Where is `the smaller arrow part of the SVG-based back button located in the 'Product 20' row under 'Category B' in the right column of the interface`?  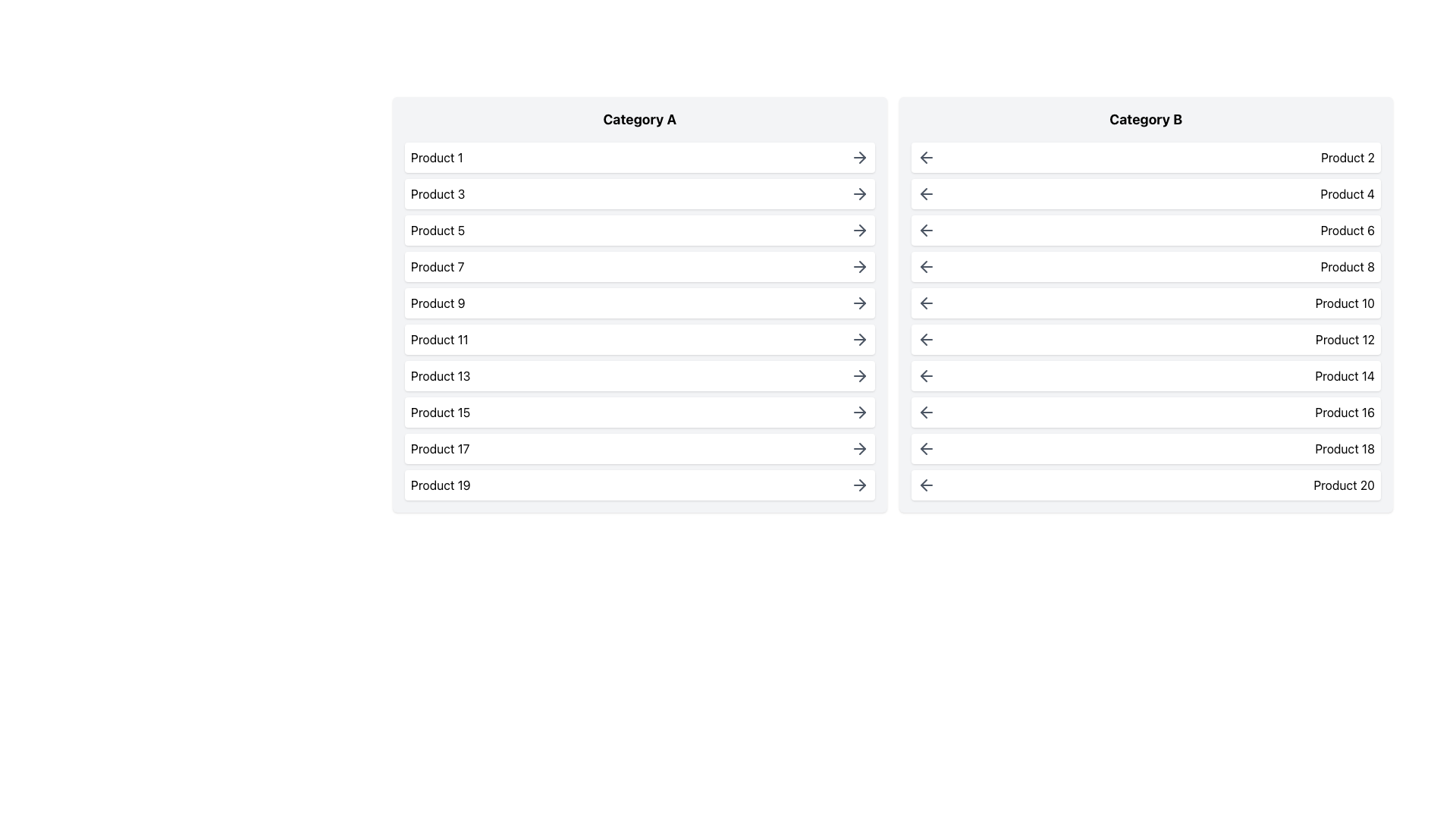 the smaller arrow part of the SVG-based back button located in the 'Product 20' row under 'Category B' in the right column of the interface is located at coordinates (923, 485).